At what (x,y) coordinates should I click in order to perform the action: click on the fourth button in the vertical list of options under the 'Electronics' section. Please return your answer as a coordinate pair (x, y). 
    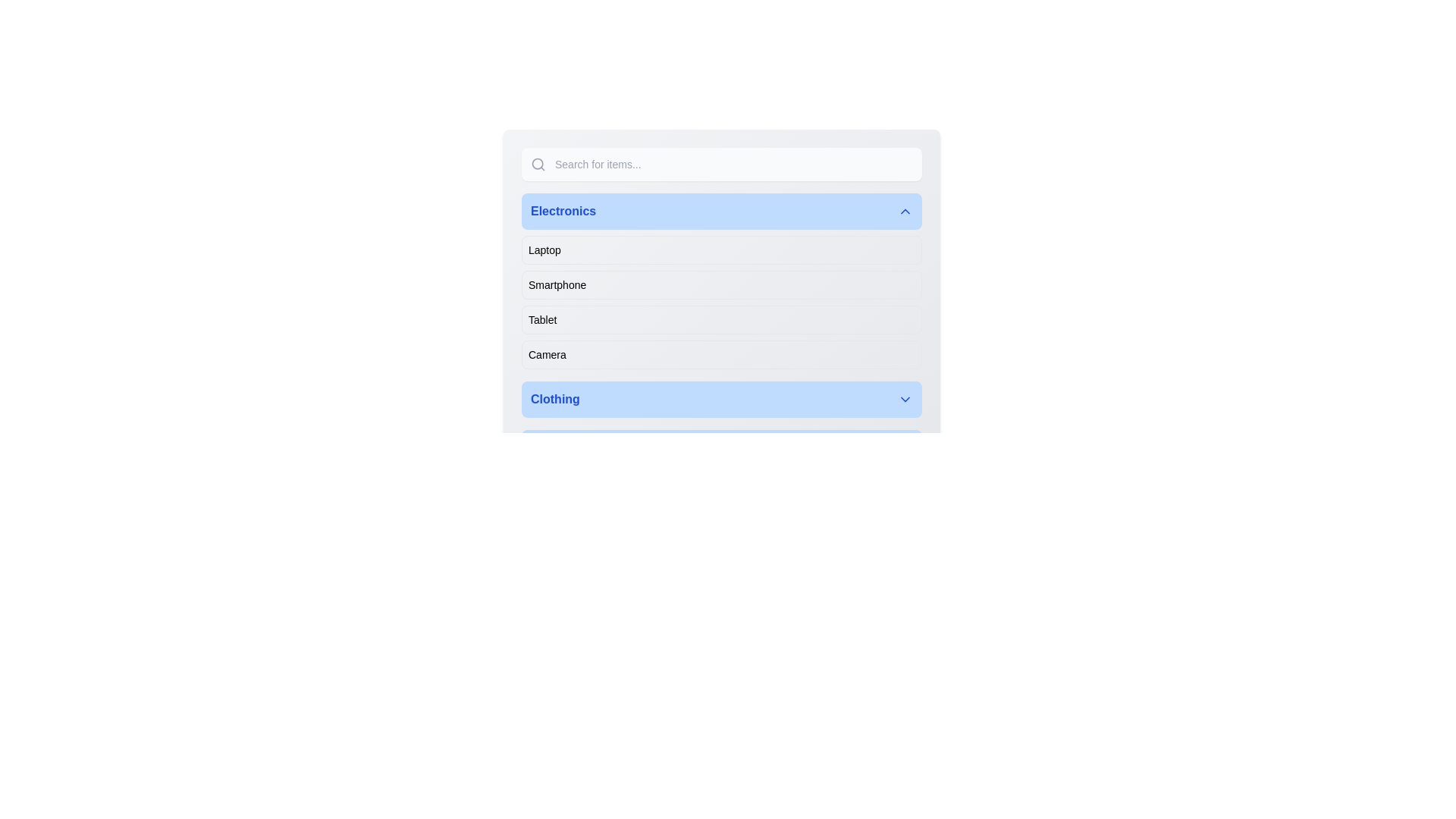
    Looking at the image, I should click on (720, 354).